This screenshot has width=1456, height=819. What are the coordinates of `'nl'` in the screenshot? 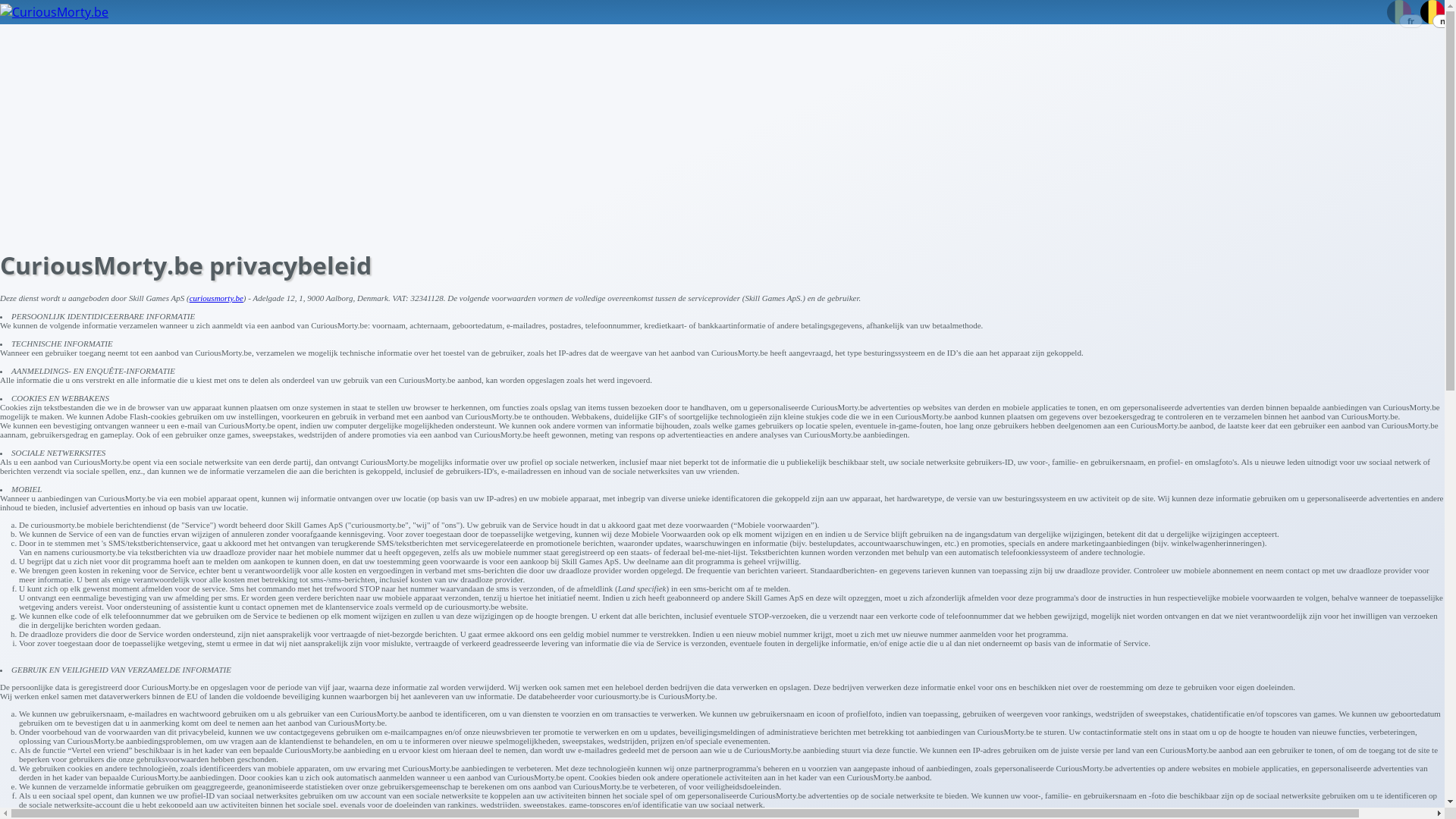 It's located at (1432, 8).